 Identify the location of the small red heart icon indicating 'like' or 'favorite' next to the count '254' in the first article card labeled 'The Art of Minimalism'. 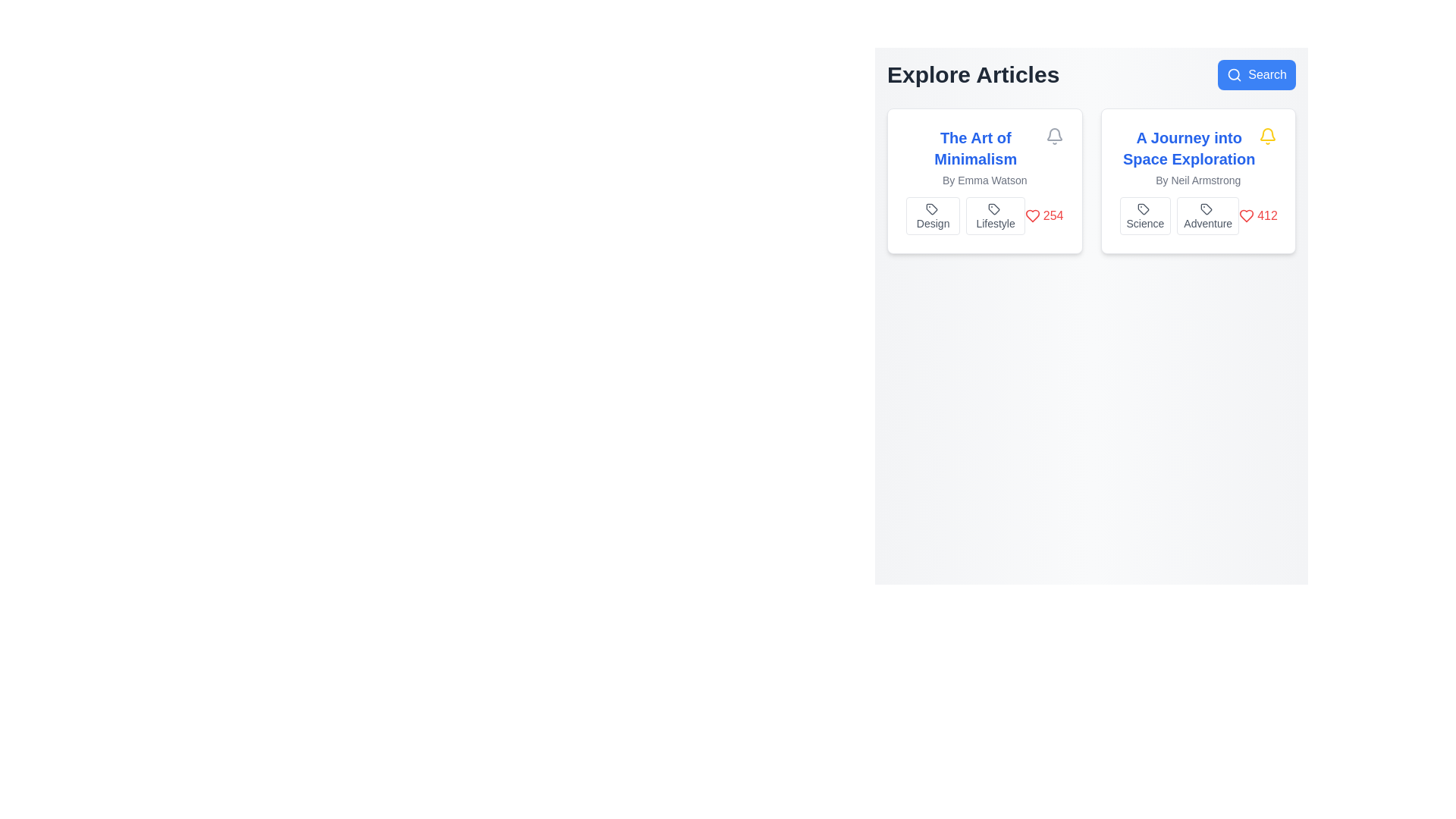
(1031, 216).